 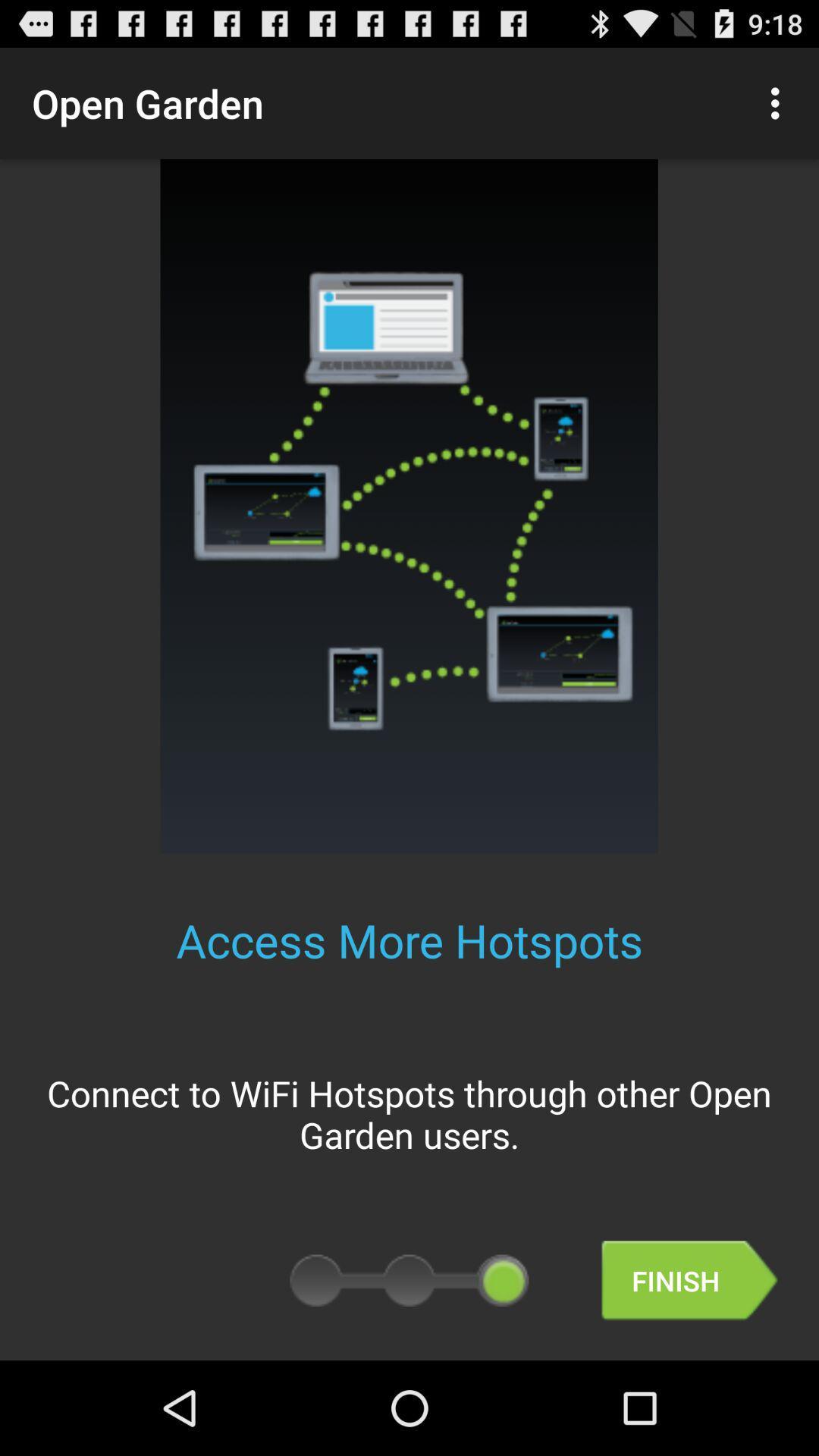 I want to click on finish at the bottom right corner, so click(x=689, y=1280).